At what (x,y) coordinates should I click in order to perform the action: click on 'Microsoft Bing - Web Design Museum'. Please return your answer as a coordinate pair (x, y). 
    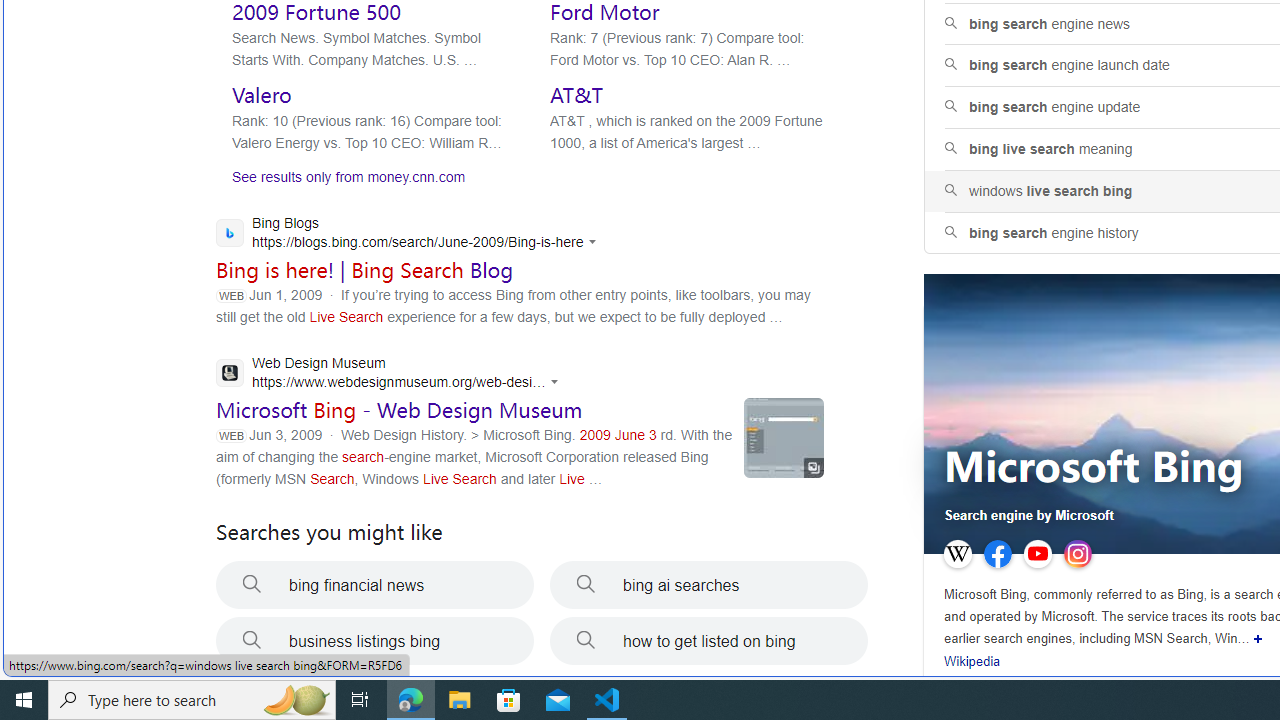
    Looking at the image, I should click on (399, 409).